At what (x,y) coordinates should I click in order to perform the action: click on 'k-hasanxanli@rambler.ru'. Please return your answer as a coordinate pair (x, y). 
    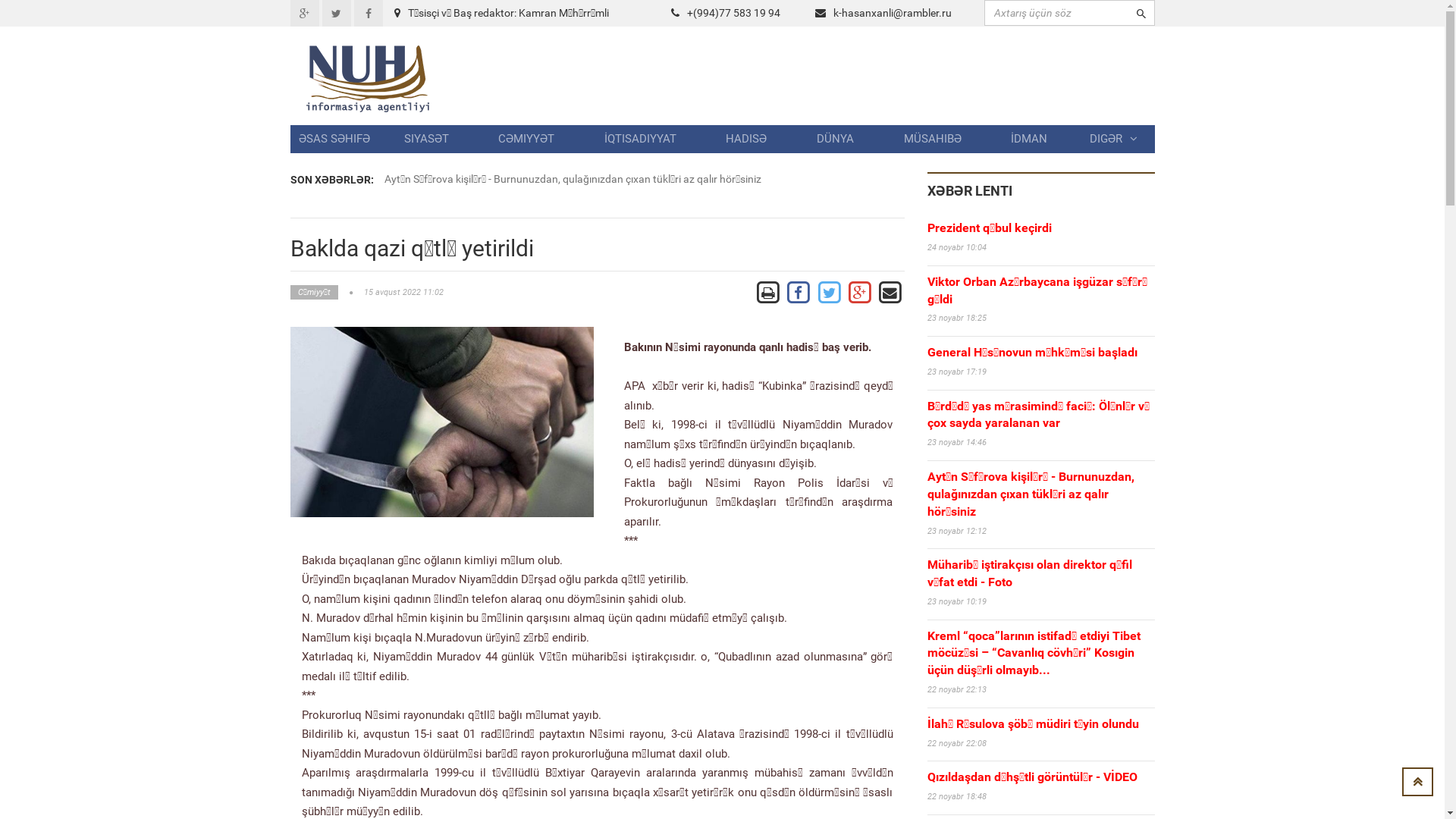
    Looking at the image, I should click on (892, 12).